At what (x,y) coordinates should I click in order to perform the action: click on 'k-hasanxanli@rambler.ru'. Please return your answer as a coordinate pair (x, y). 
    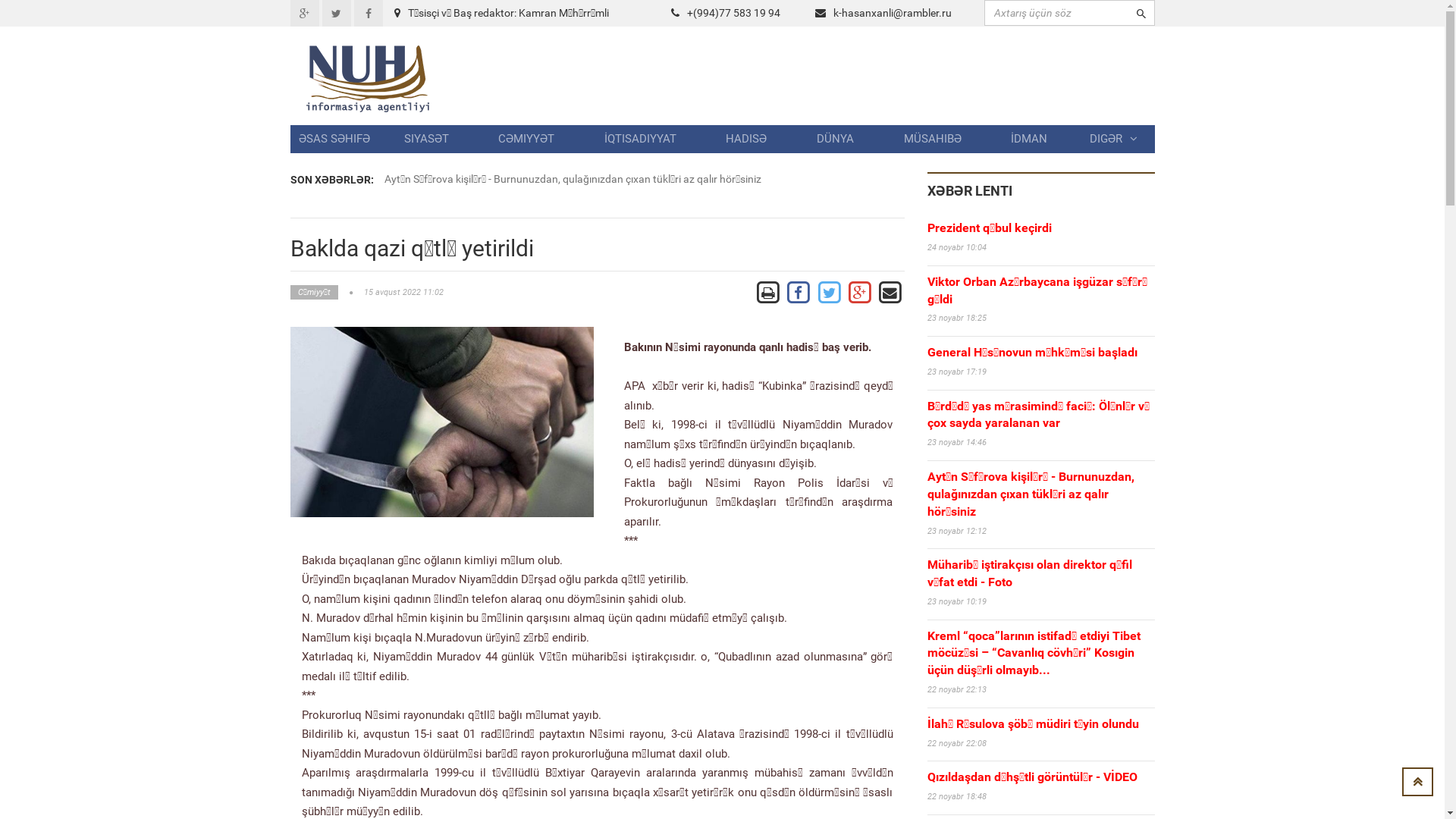
    Looking at the image, I should click on (892, 12).